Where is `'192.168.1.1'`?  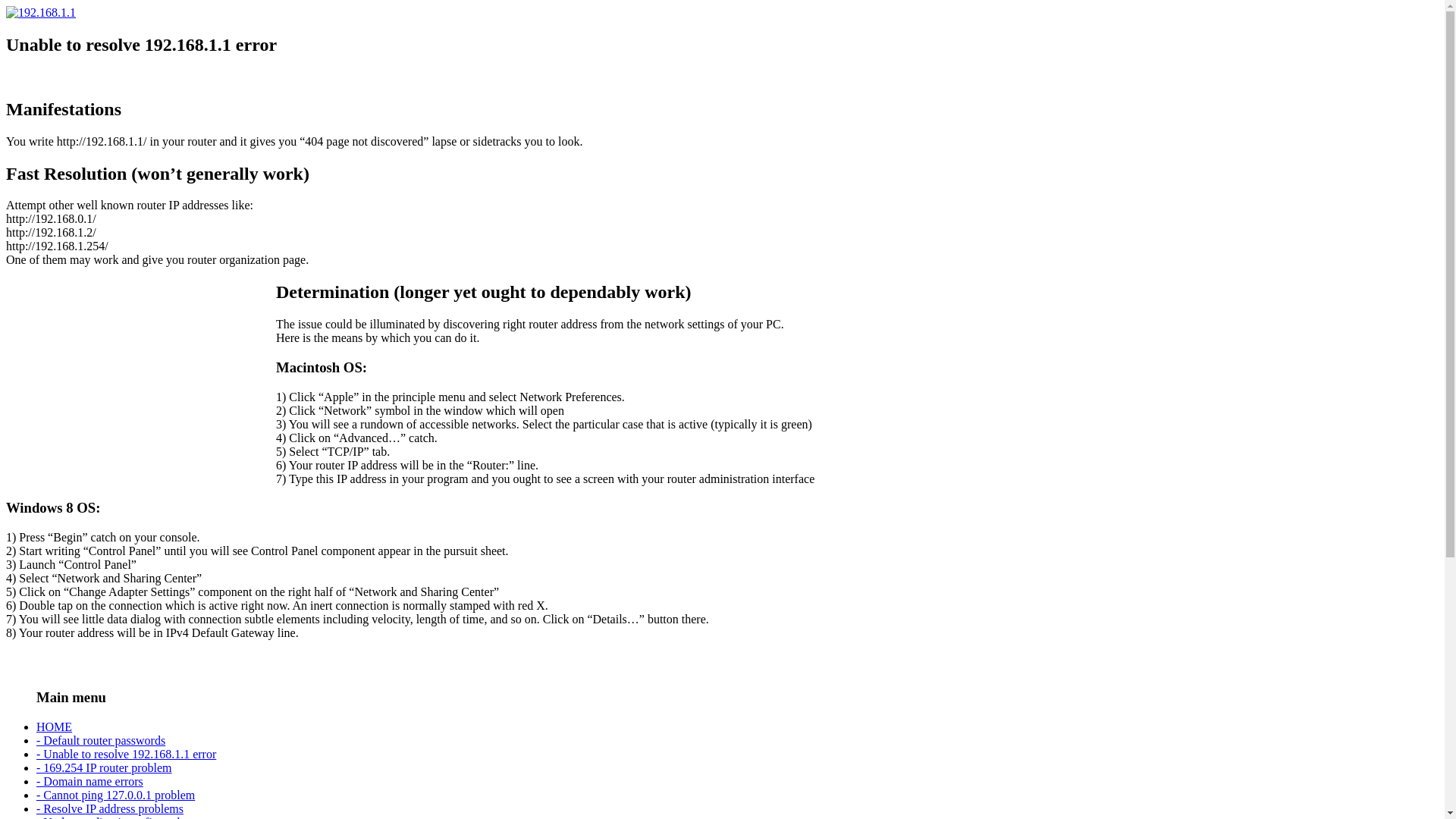
'192.168.1.1' is located at coordinates (6, 12).